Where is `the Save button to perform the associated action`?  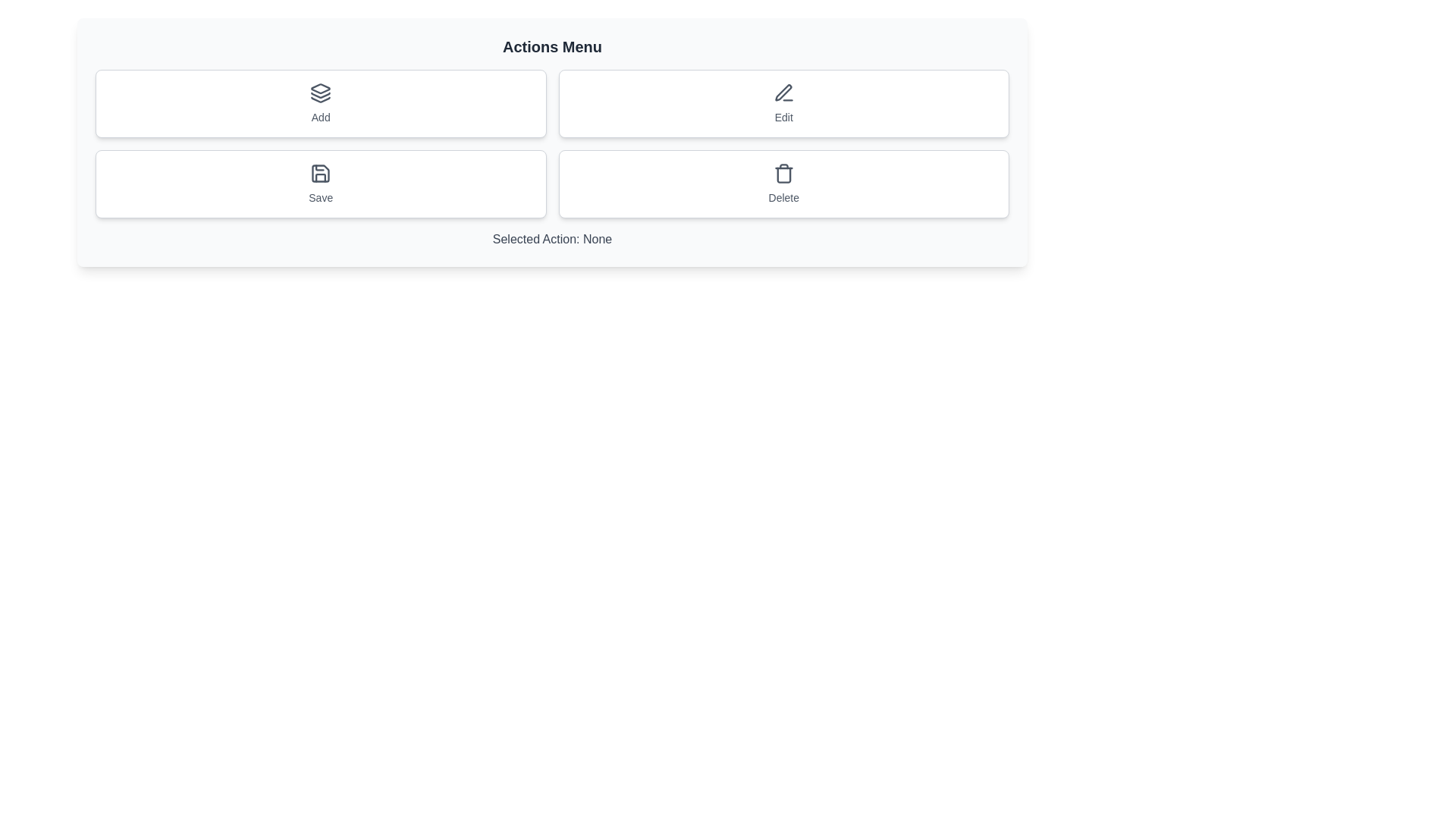
the Save button to perform the associated action is located at coordinates (320, 184).